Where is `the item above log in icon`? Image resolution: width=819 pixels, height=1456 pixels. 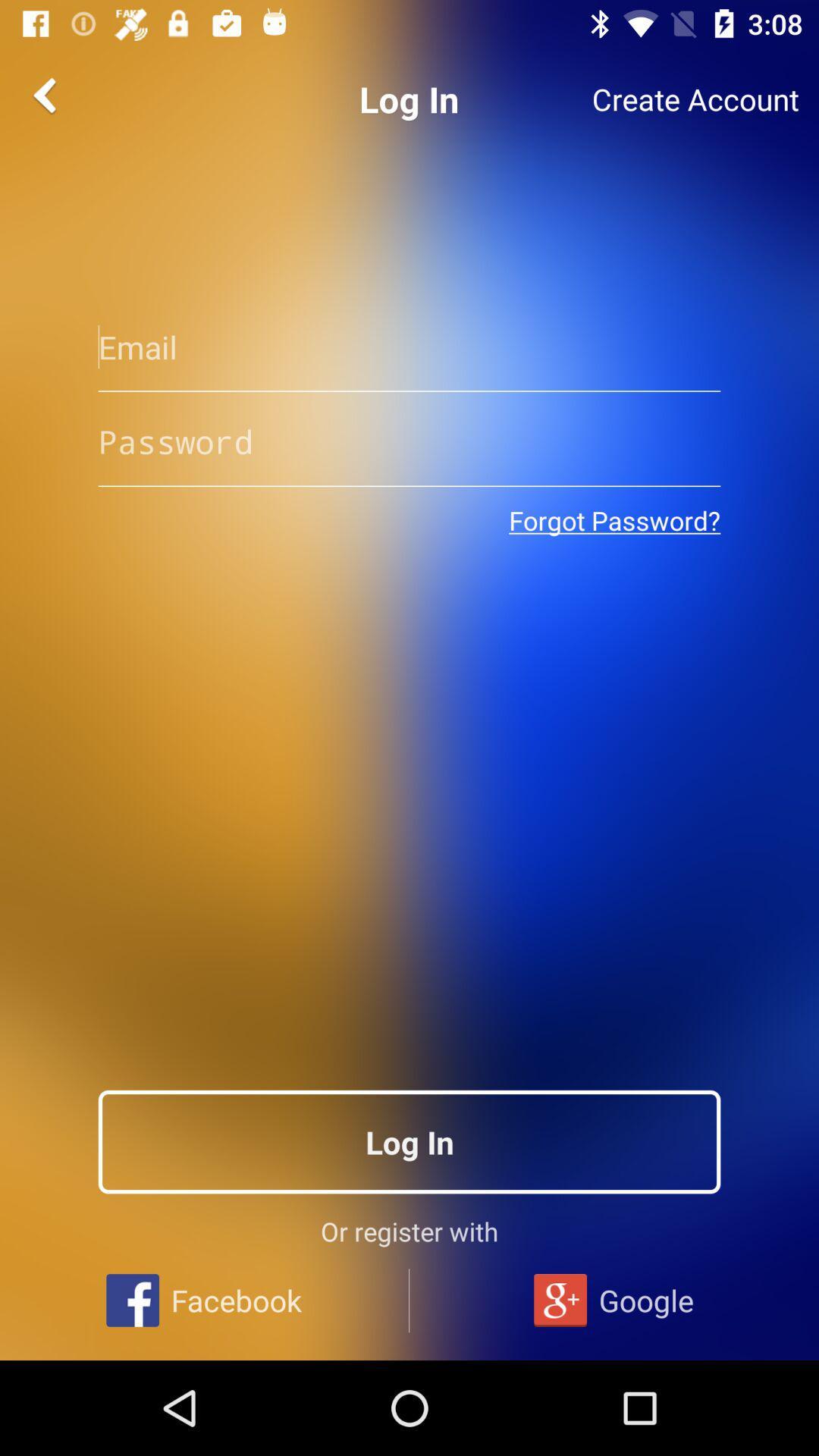
the item above log in icon is located at coordinates (614, 520).